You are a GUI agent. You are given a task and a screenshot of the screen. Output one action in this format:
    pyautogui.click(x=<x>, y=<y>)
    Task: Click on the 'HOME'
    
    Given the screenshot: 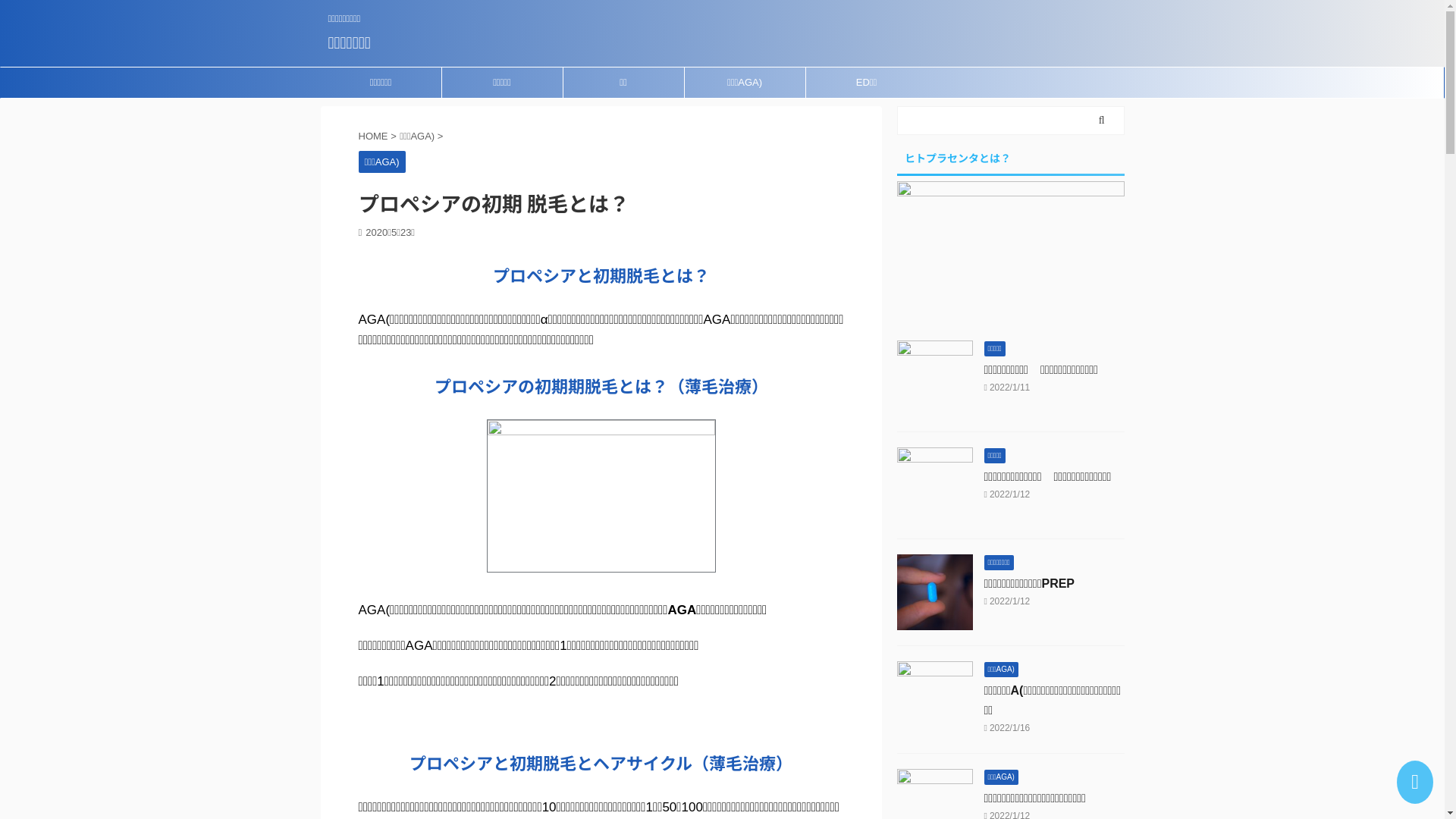 What is the action you would take?
    pyautogui.click(x=356, y=135)
    